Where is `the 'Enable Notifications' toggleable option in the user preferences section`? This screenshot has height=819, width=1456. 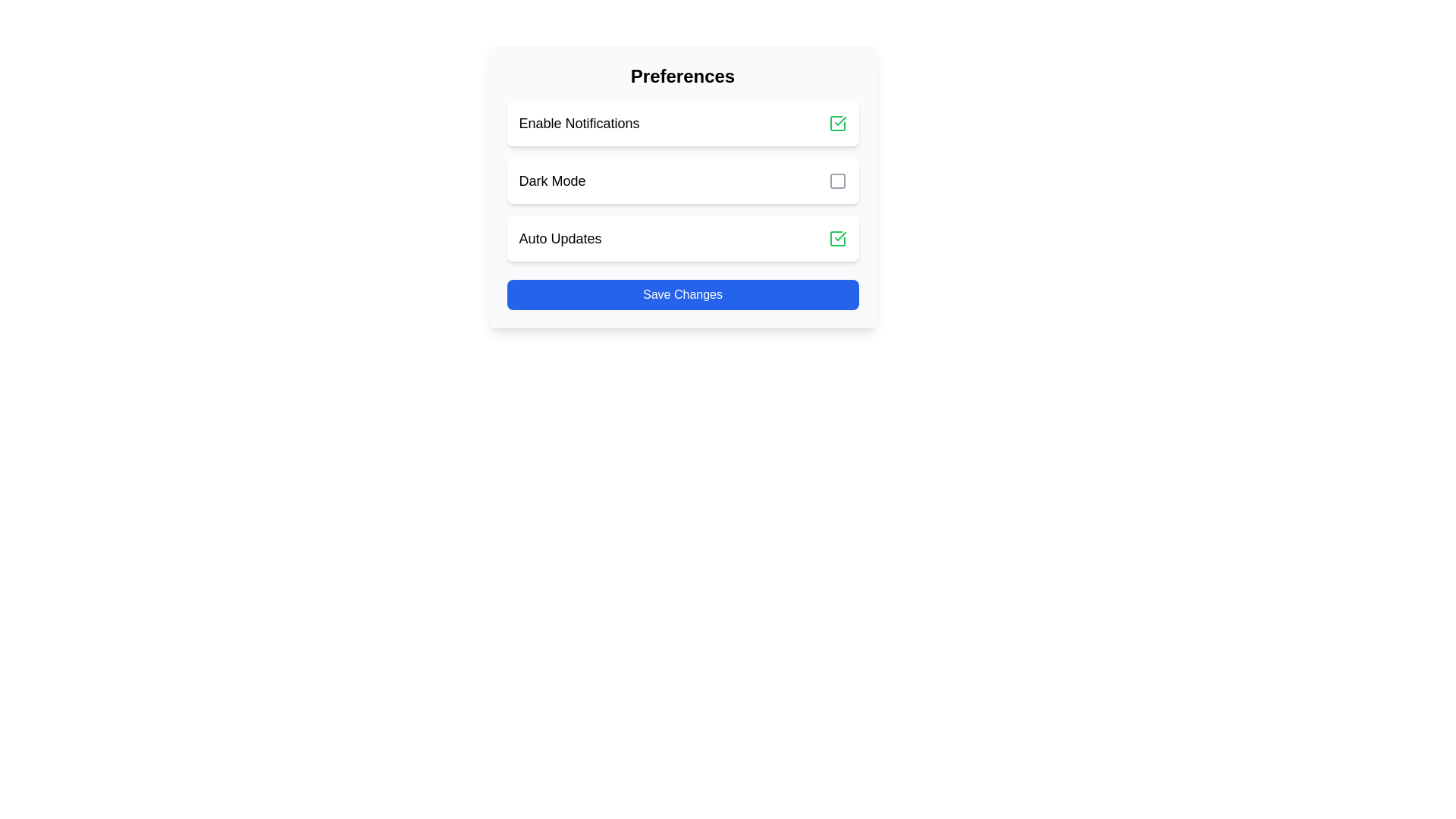
the 'Enable Notifications' toggleable option in the user preferences section is located at coordinates (682, 122).